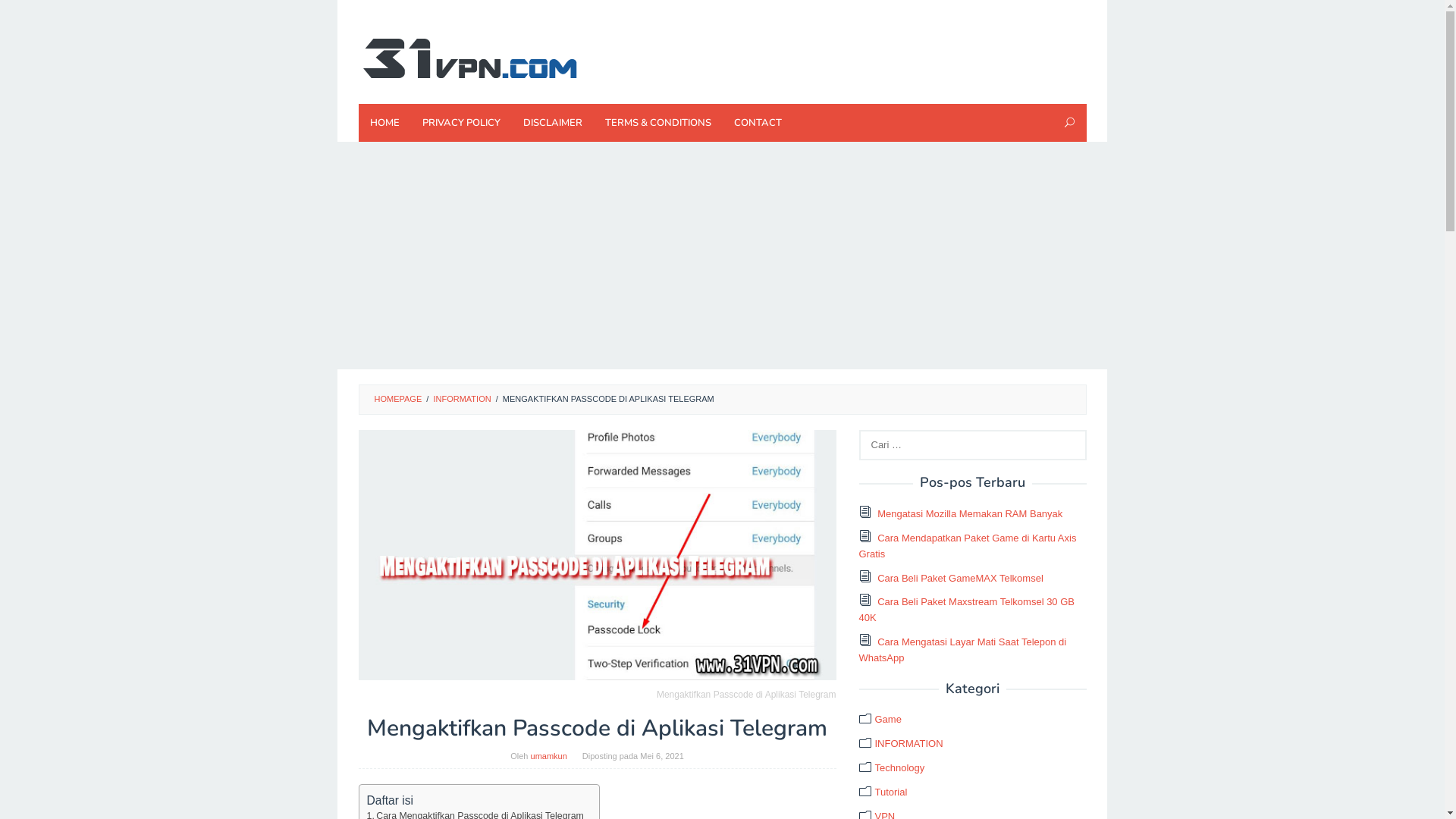 The image size is (1456, 819). I want to click on 'CONTACT', so click(720, 122).